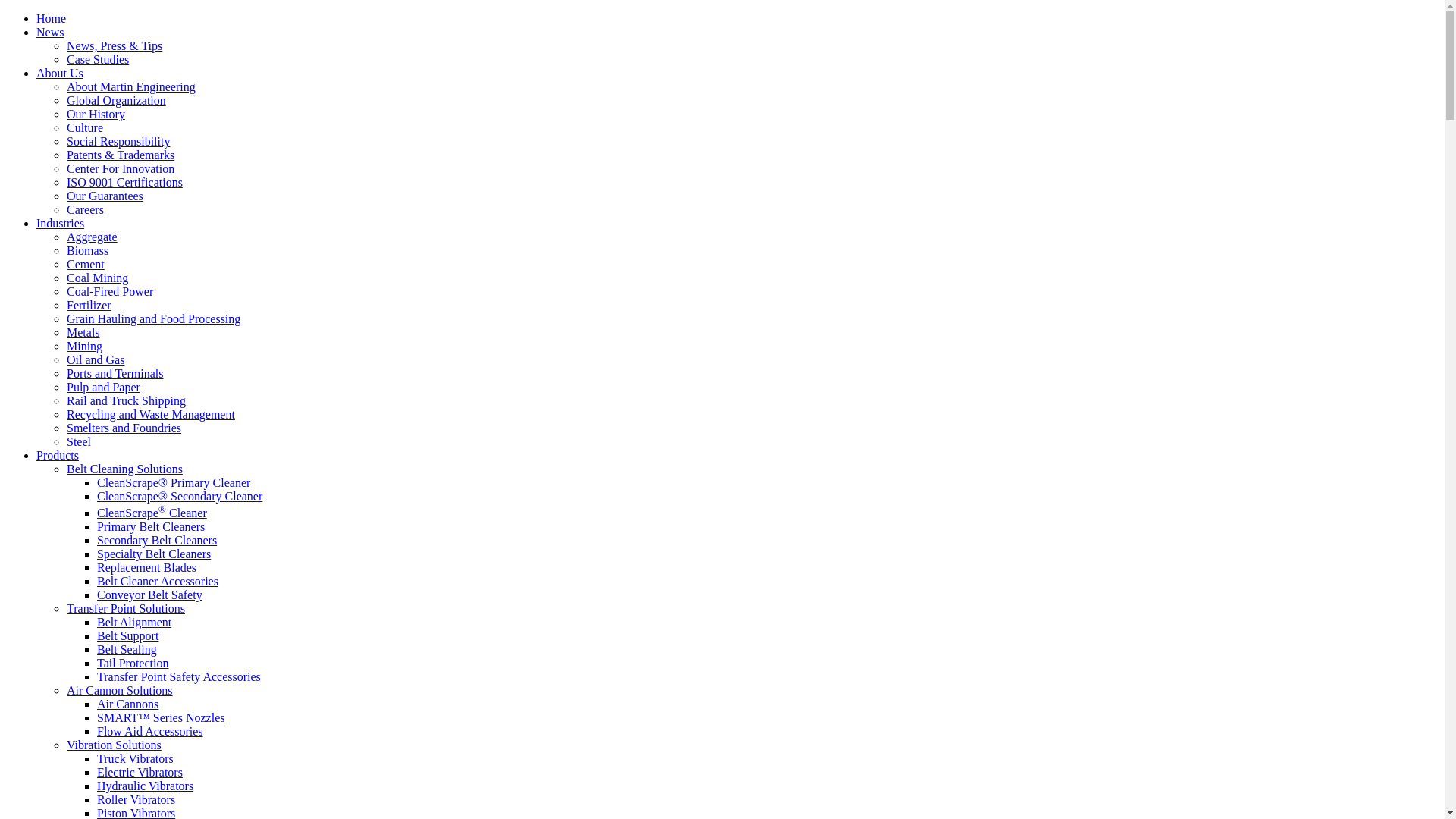 The height and width of the screenshot is (819, 1456). Describe the element at coordinates (65, 305) in the screenshot. I see `'Fertilizer'` at that location.